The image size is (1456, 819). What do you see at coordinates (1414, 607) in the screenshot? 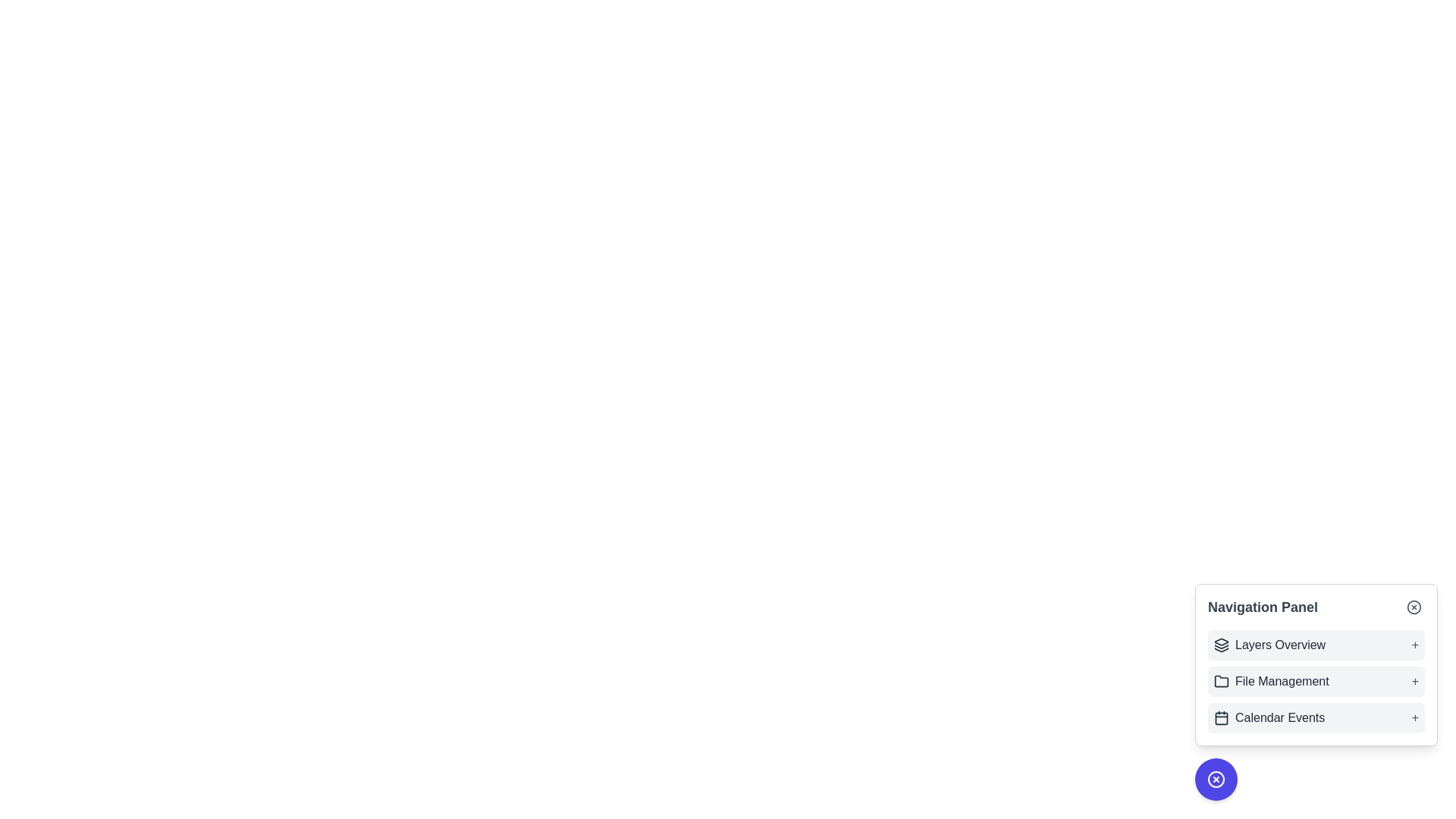
I see `the circular icon button with a cross mark ('X') inside, located at the far right of the header section of the 'Navigation Panel' card` at bounding box center [1414, 607].